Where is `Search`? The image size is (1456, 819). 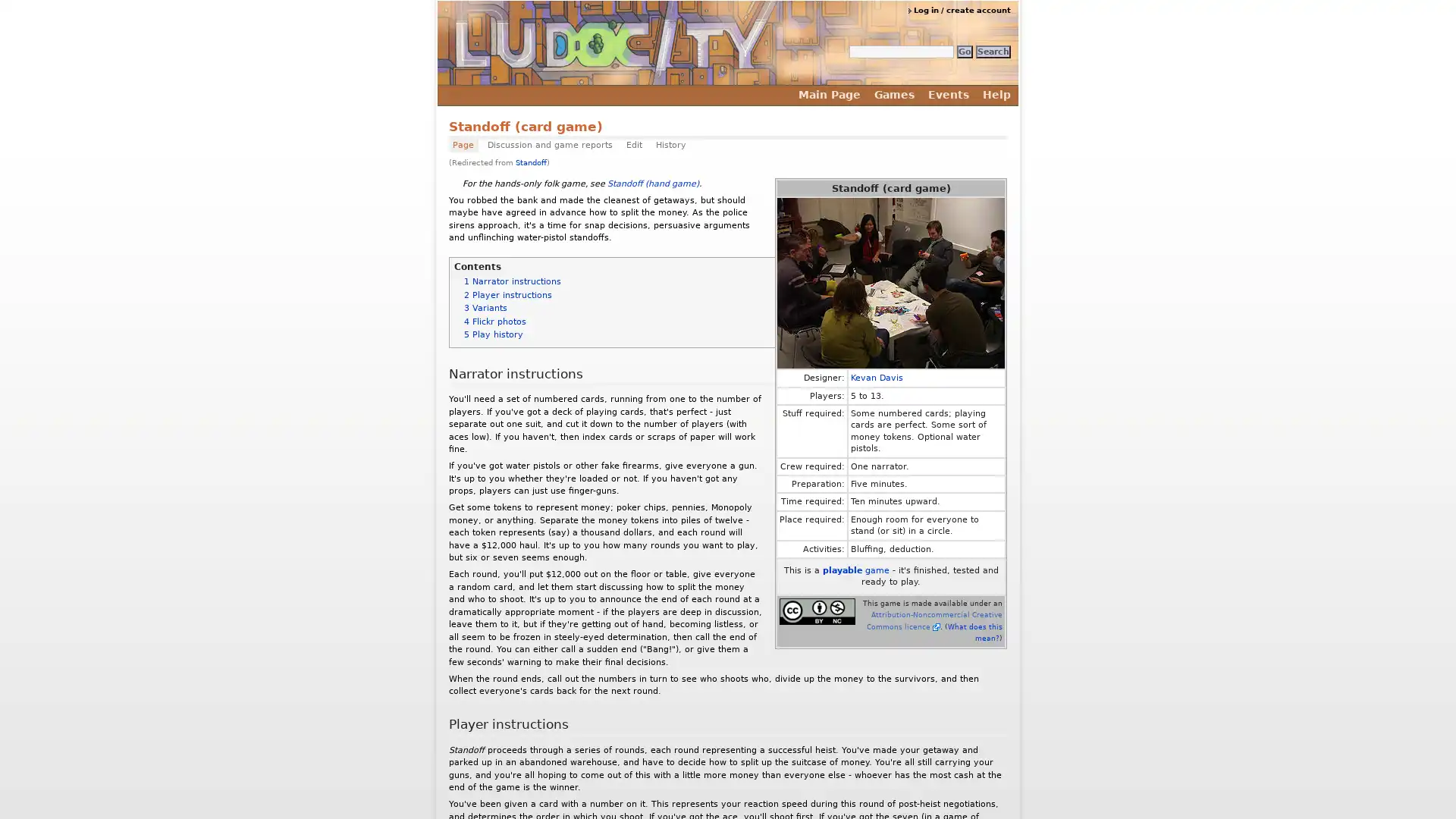
Search is located at coordinates (993, 51).